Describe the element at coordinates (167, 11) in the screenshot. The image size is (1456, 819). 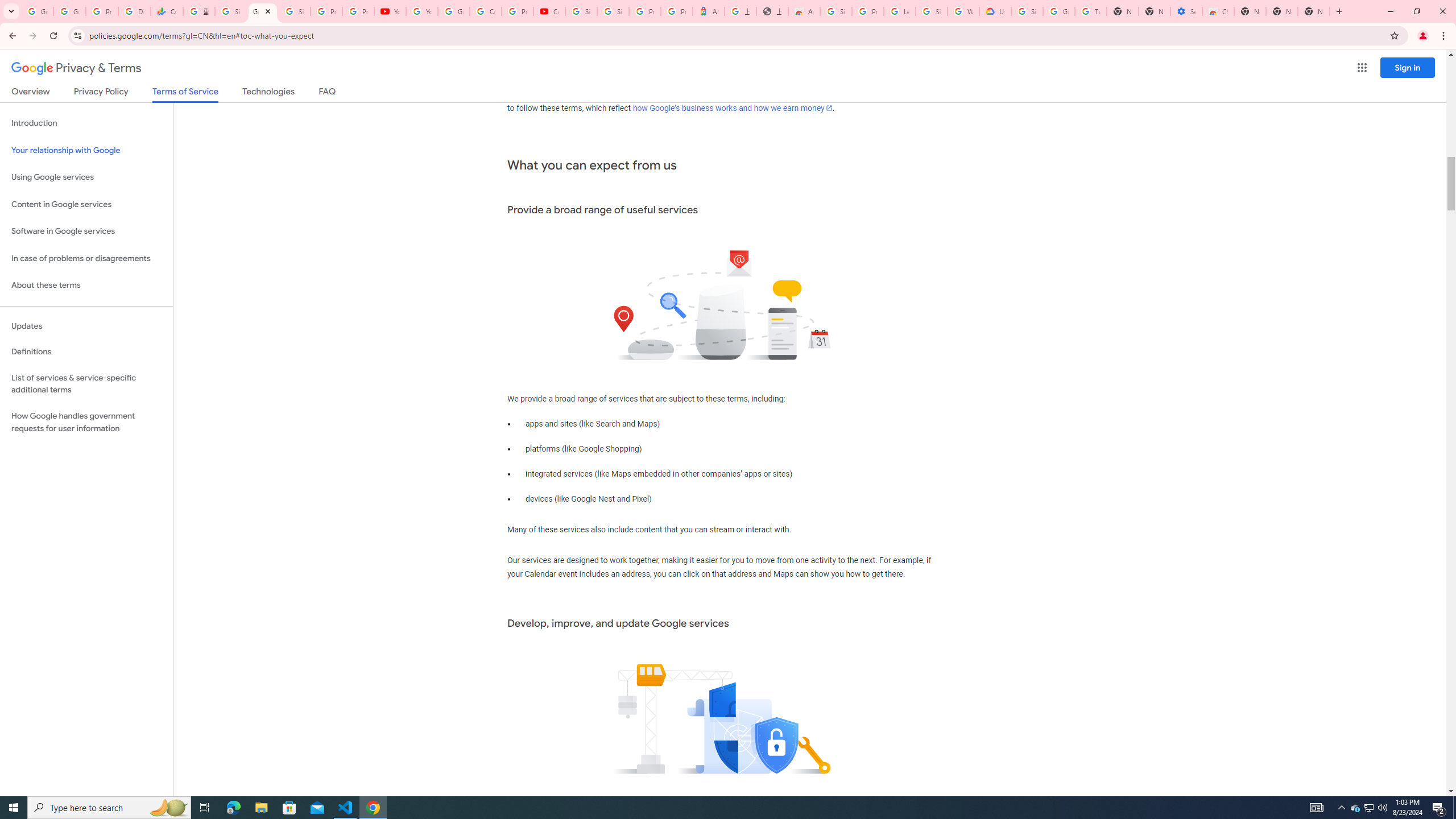
I see `'Currencies - Google Finance'` at that location.